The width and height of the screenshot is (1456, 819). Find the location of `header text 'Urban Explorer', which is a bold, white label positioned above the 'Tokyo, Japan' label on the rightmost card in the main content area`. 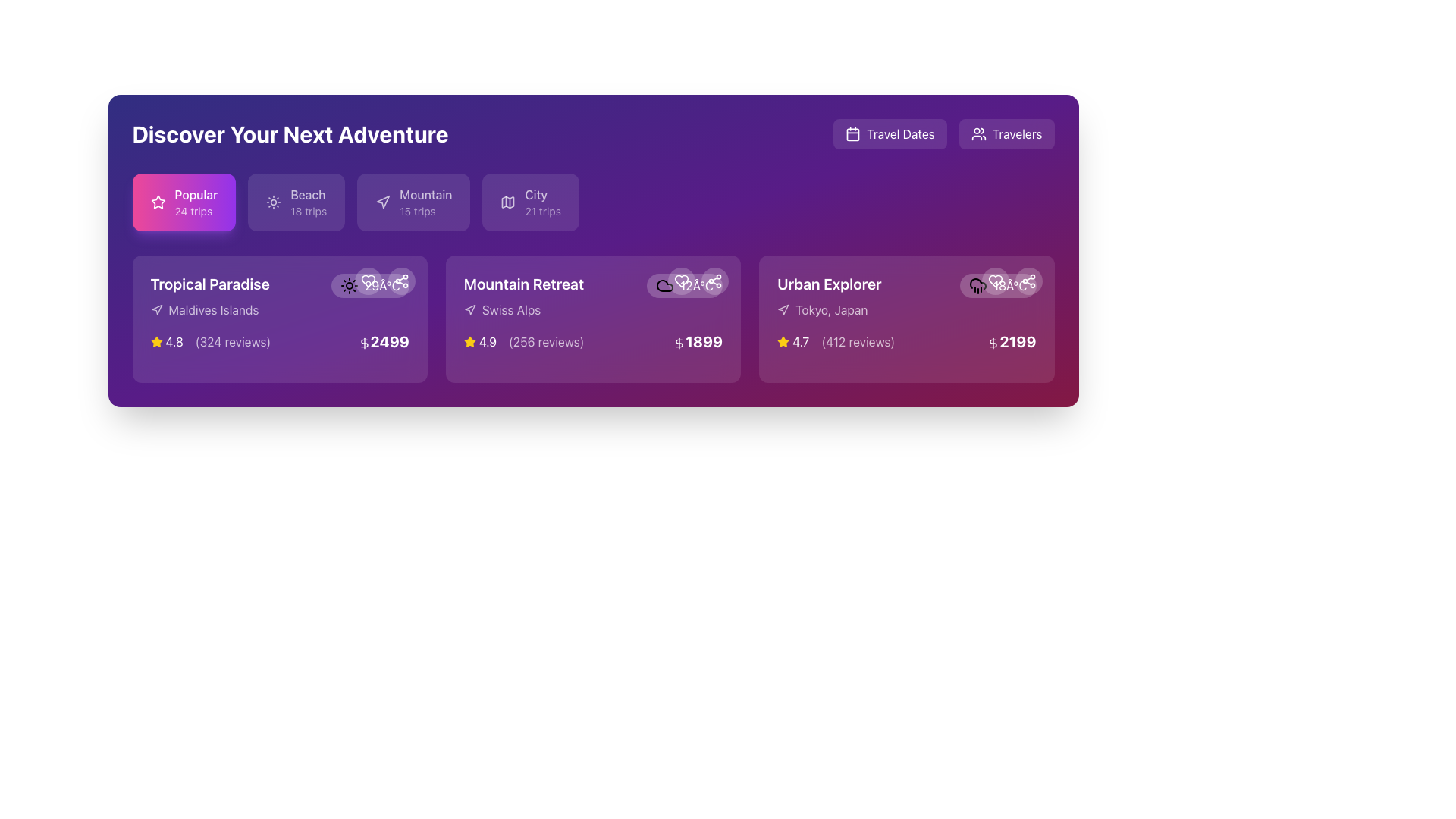

header text 'Urban Explorer', which is a bold, white label positioned above the 'Tokyo, Japan' label on the rightmost card in the main content area is located at coordinates (828, 284).